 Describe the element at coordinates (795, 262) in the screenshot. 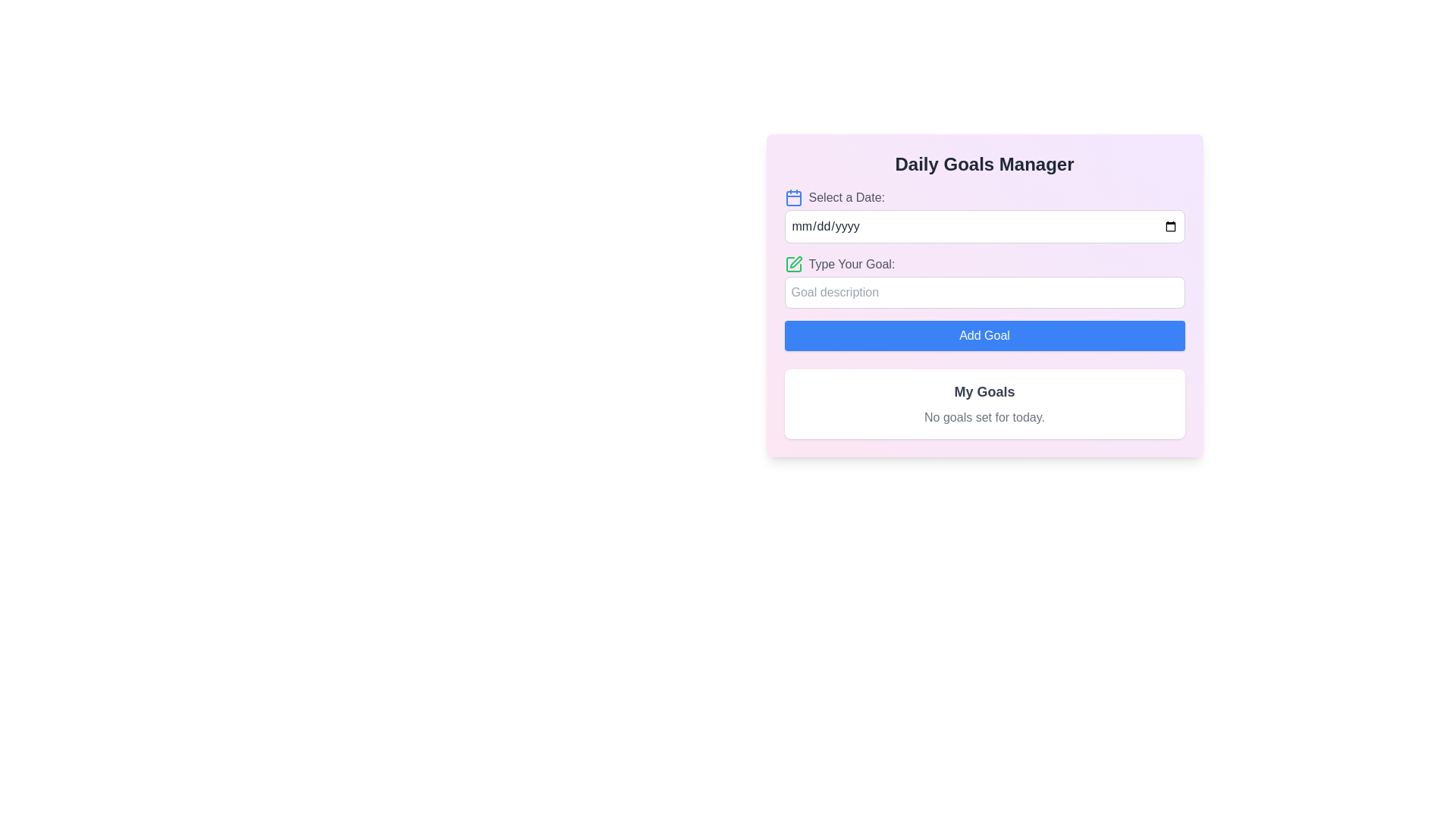

I see `the slanted green pen icon within the square frame` at that location.